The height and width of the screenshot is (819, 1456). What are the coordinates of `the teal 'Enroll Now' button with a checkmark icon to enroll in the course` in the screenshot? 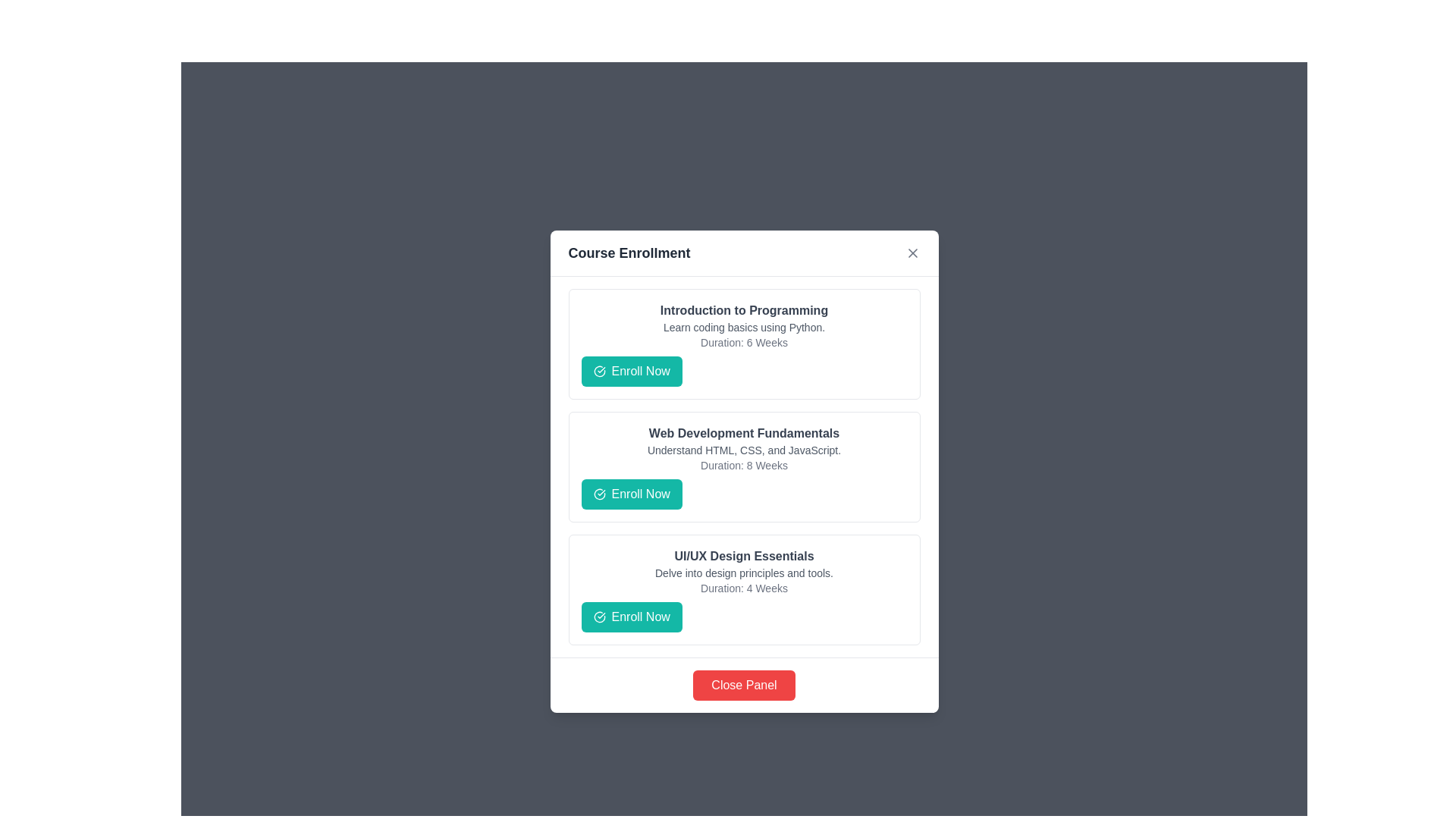 It's located at (632, 617).